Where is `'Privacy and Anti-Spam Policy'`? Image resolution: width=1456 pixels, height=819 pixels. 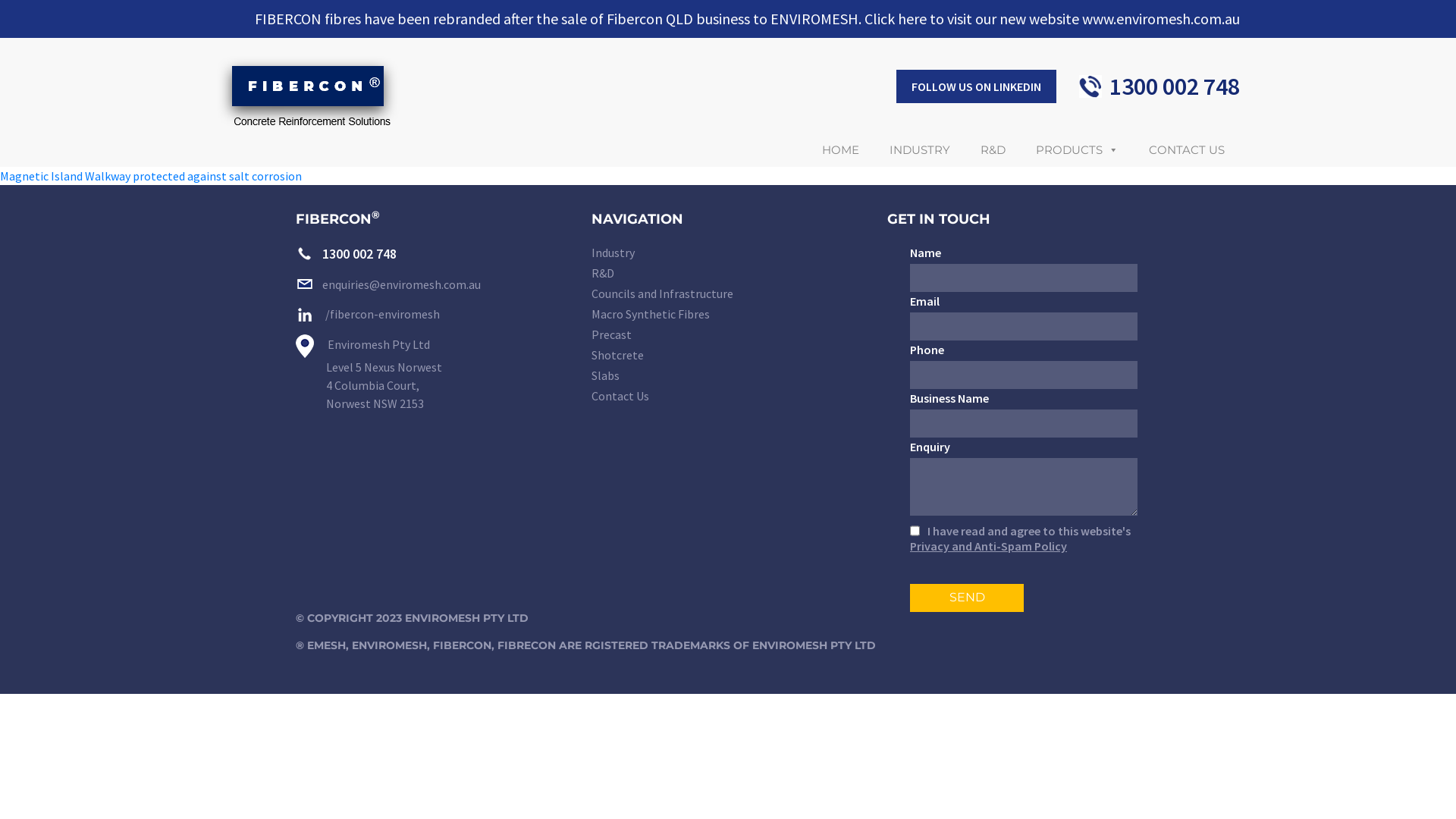
'Privacy and Anti-Spam Policy' is located at coordinates (988, 546).